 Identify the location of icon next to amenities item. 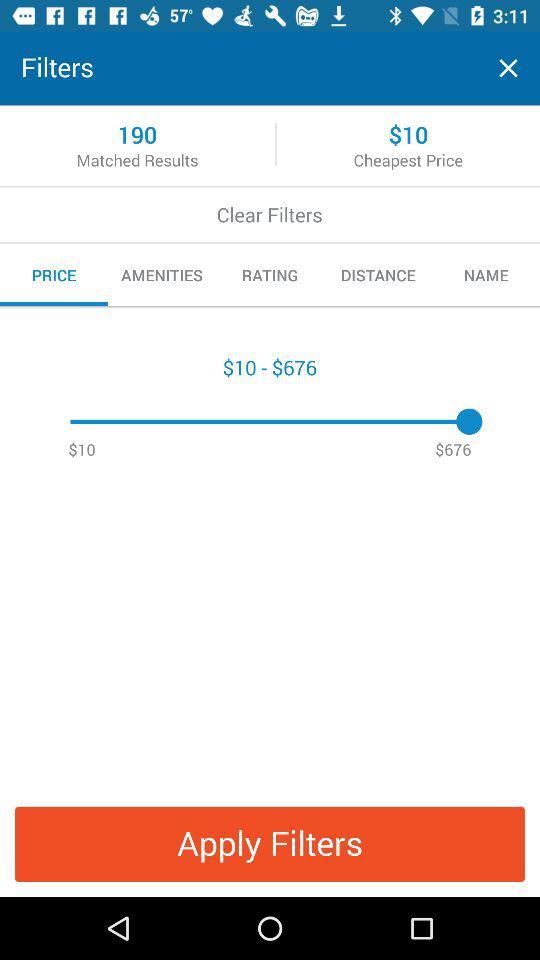
(270, 274).